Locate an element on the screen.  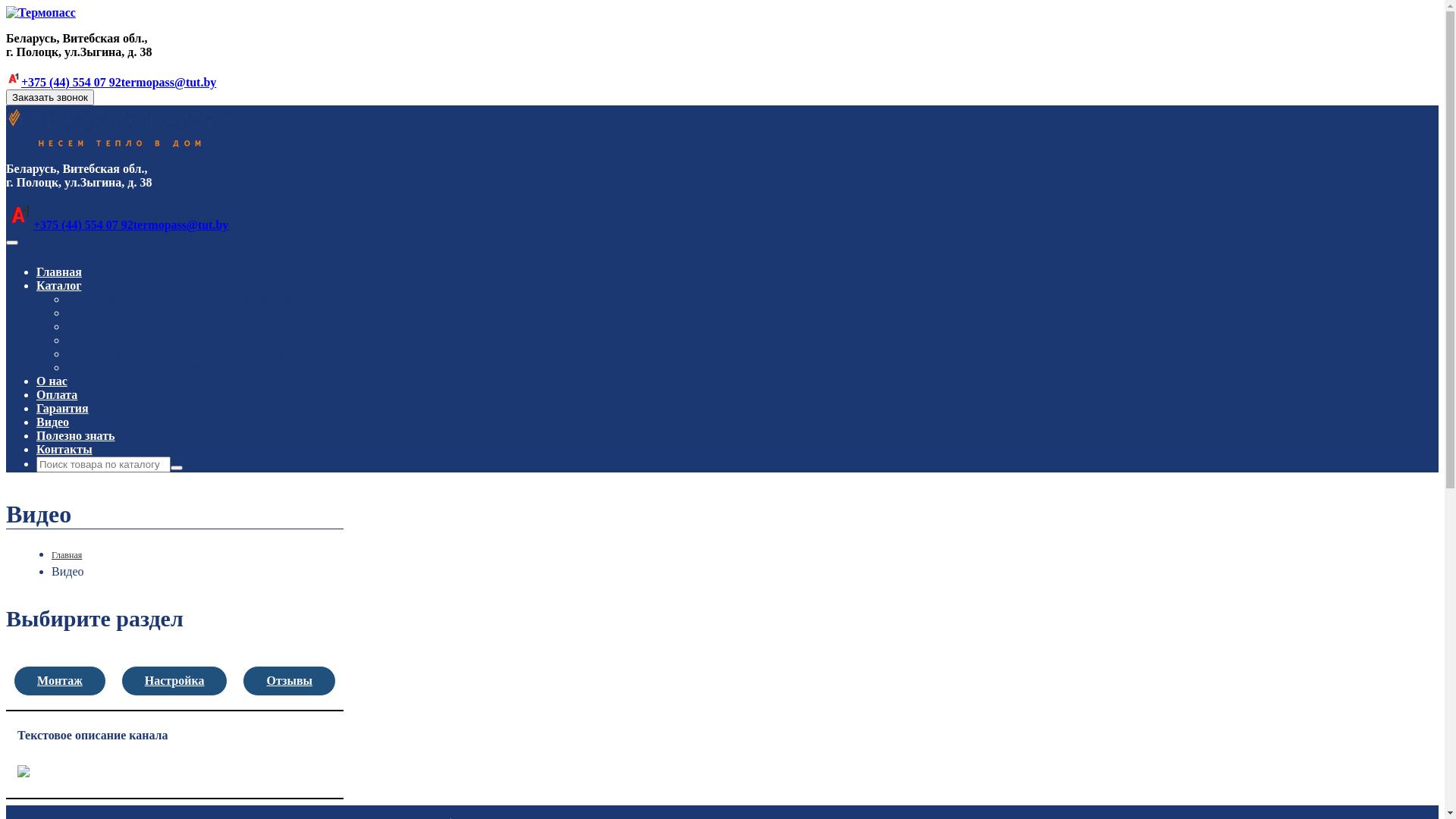
'termopass@tut.by' is located at coordinates (168, 82).